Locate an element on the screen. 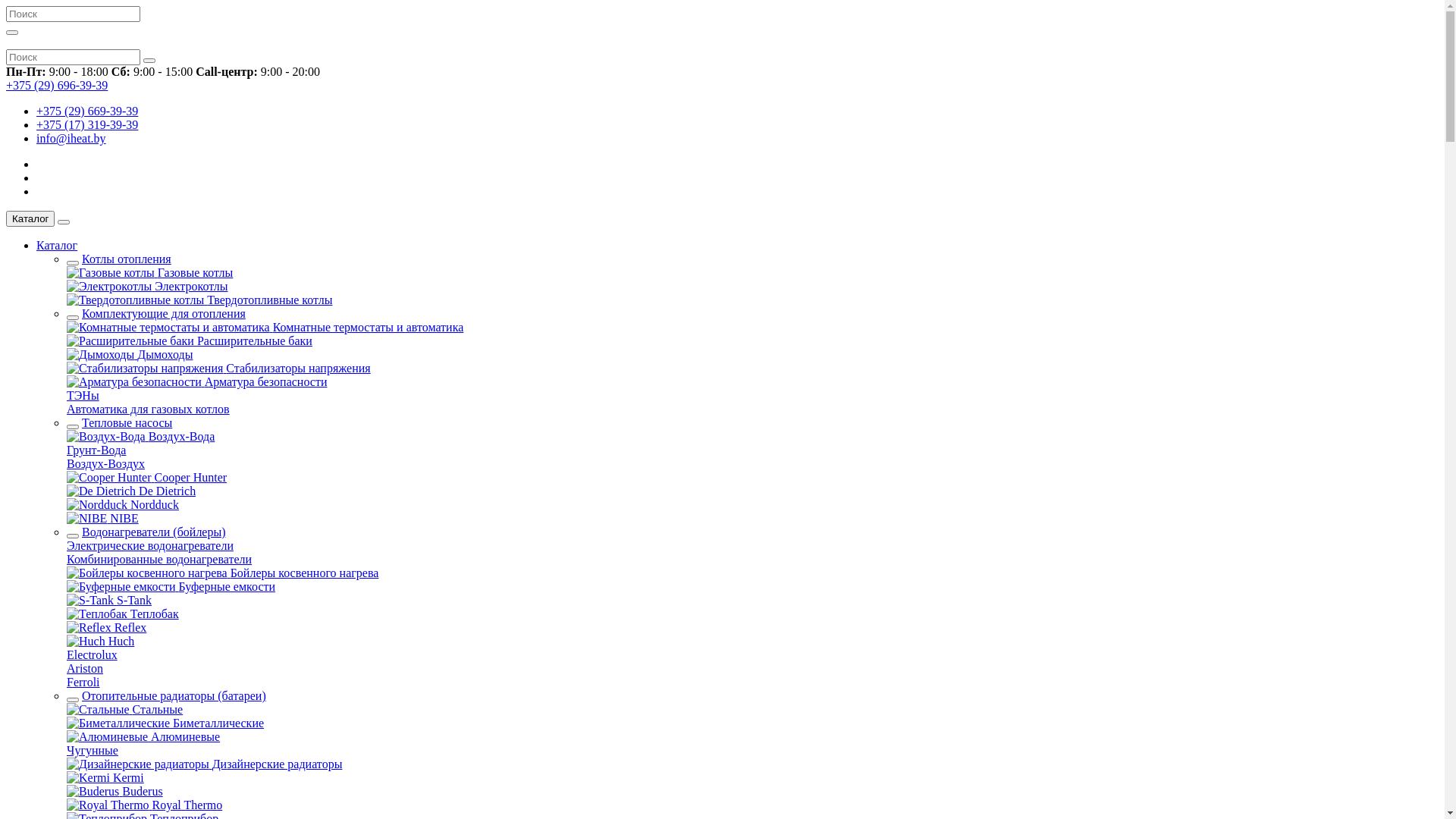 This screenshot has height=819, width=1456. 'Electrolux' is located at coordinates (91, 654).